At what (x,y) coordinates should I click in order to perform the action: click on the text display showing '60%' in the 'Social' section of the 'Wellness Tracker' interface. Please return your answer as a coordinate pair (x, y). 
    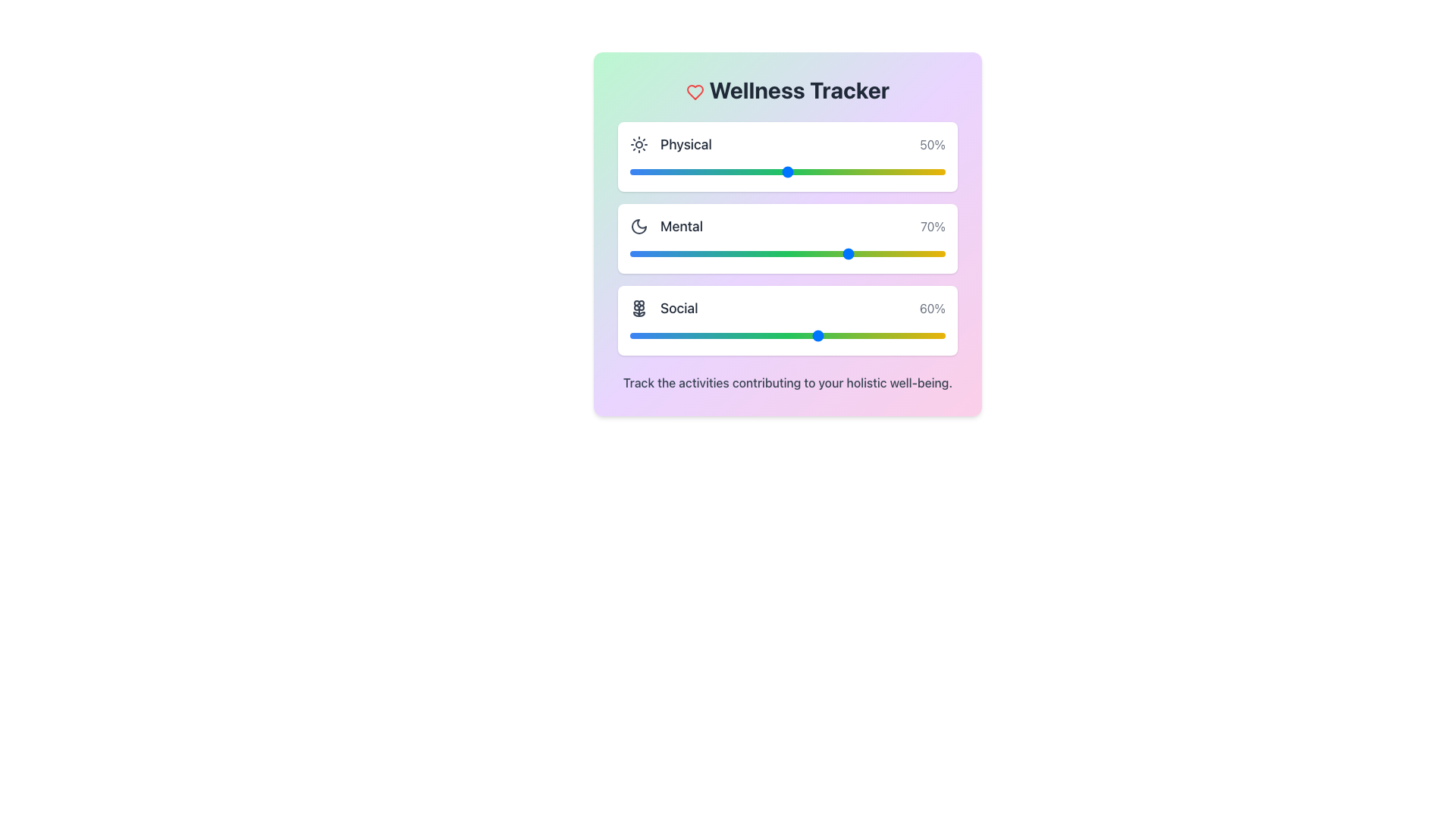
    Looking at the image, I should click on (931, 308).